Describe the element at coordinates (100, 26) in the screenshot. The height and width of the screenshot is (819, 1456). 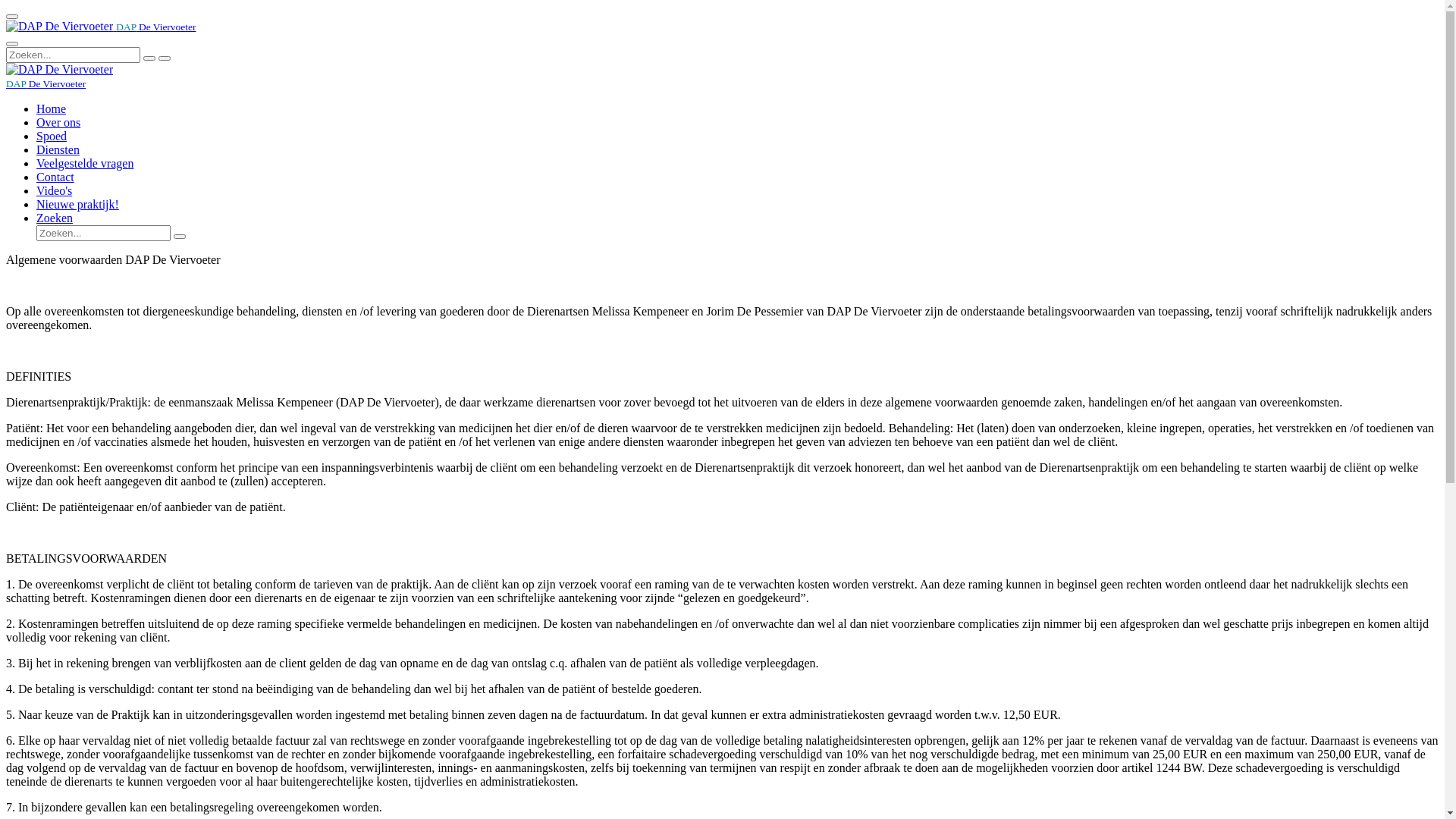
I see `'DAP De Viervoeter'` at that location.